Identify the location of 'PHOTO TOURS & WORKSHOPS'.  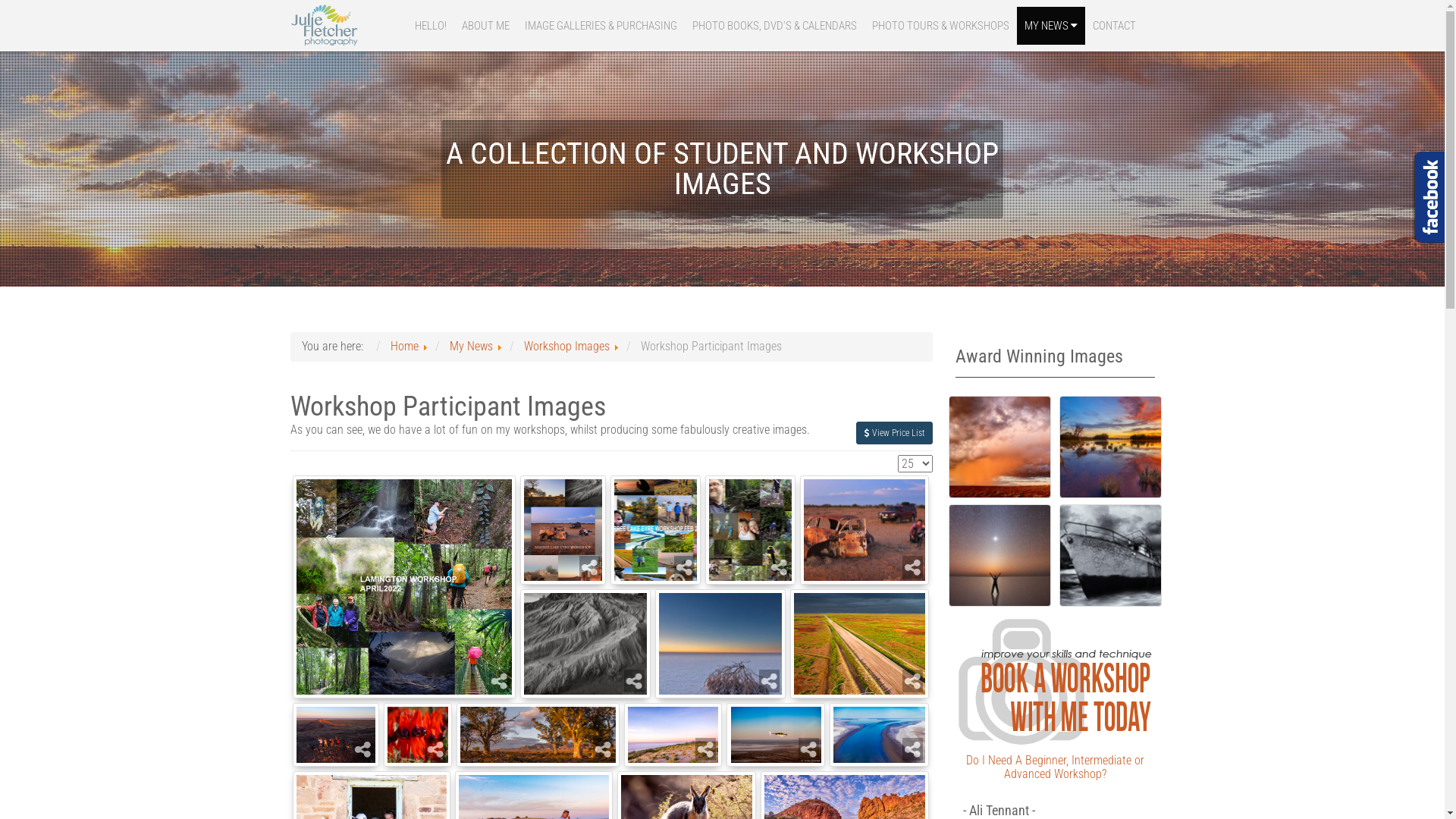
(940, 26).